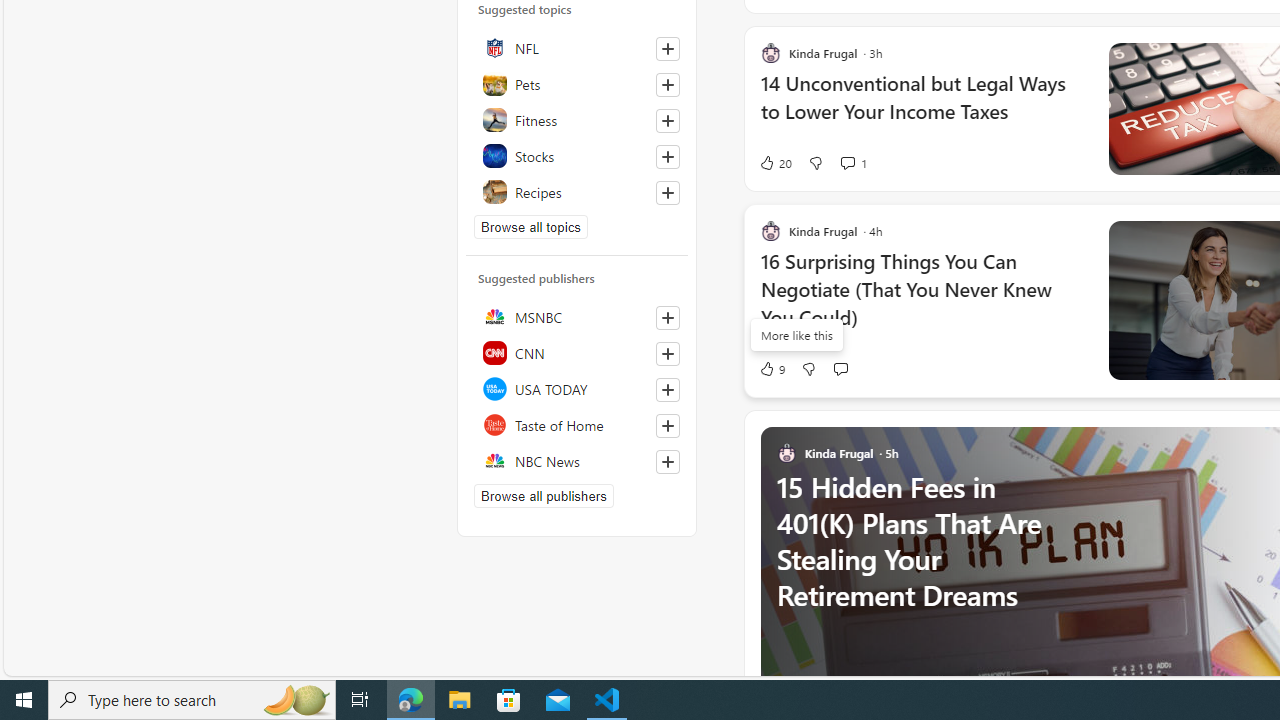 The image size is (1280, 720). Describe the element at coordinates (667, 192) in the screenshot. I see `'Follow this topic'` at that location.